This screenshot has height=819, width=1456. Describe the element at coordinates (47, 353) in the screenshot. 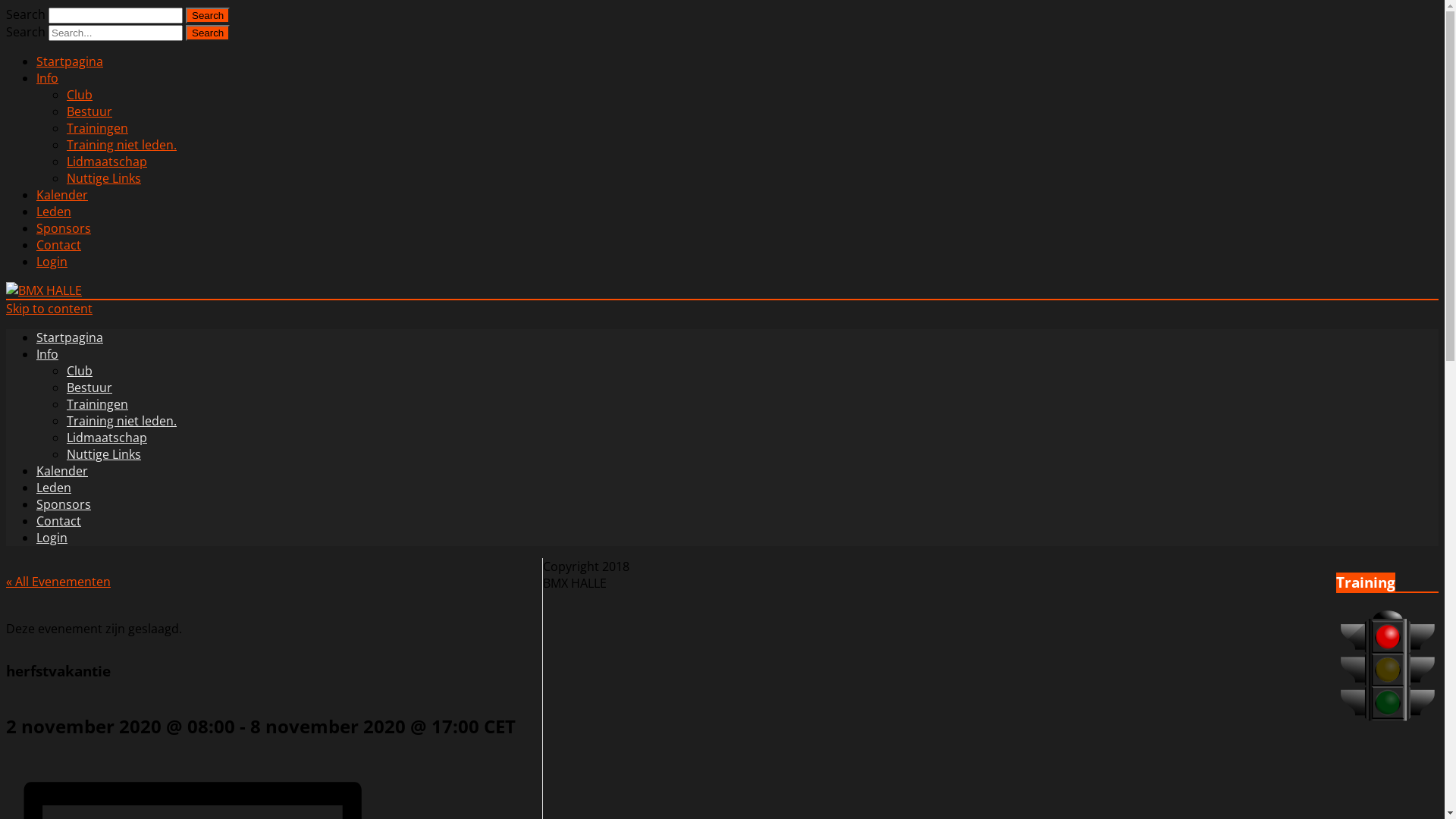

I see `'Info'` at that location.